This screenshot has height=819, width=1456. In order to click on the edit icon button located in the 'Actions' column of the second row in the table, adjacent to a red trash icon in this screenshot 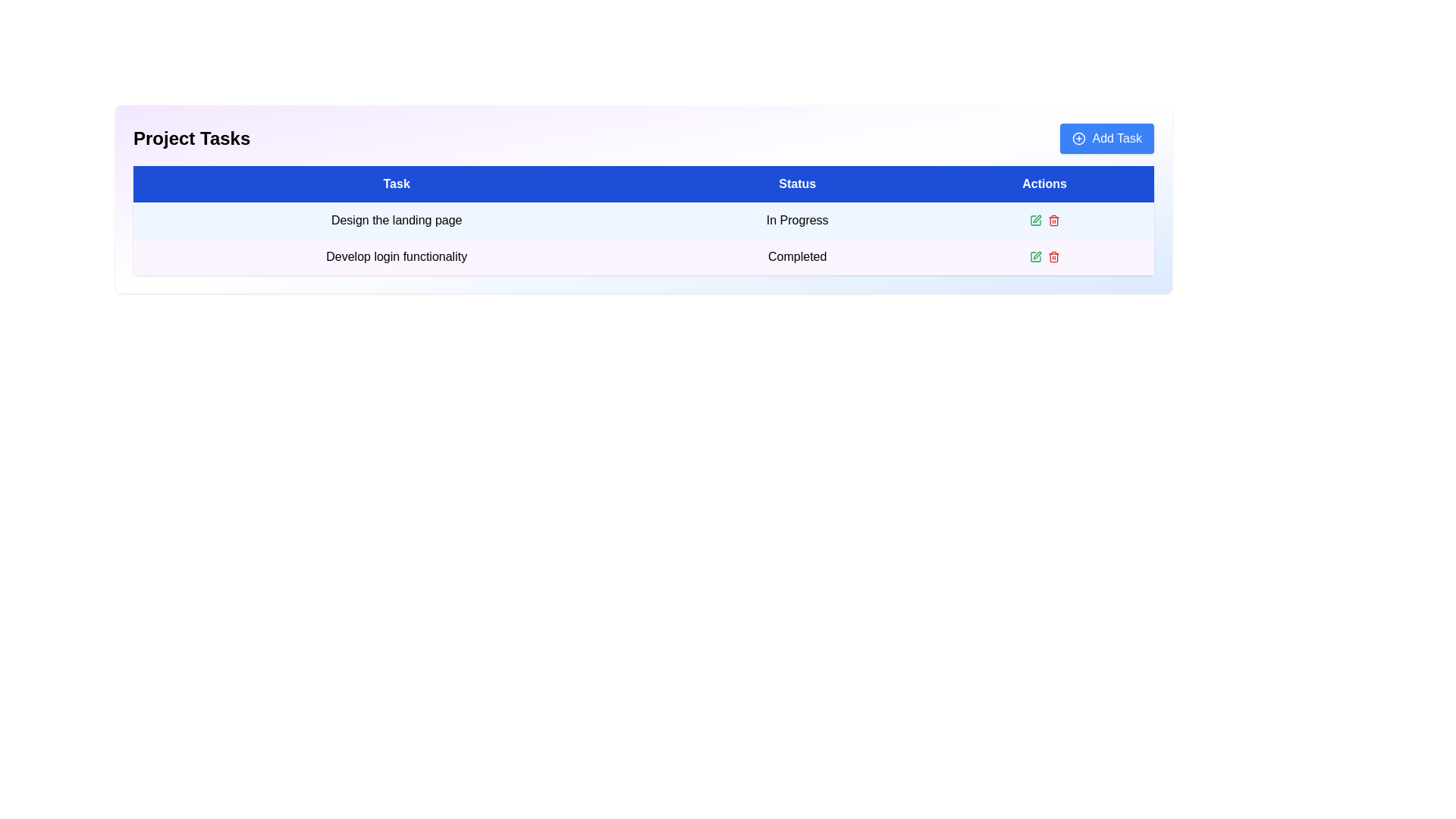, I will do `click(1034, 256)`.